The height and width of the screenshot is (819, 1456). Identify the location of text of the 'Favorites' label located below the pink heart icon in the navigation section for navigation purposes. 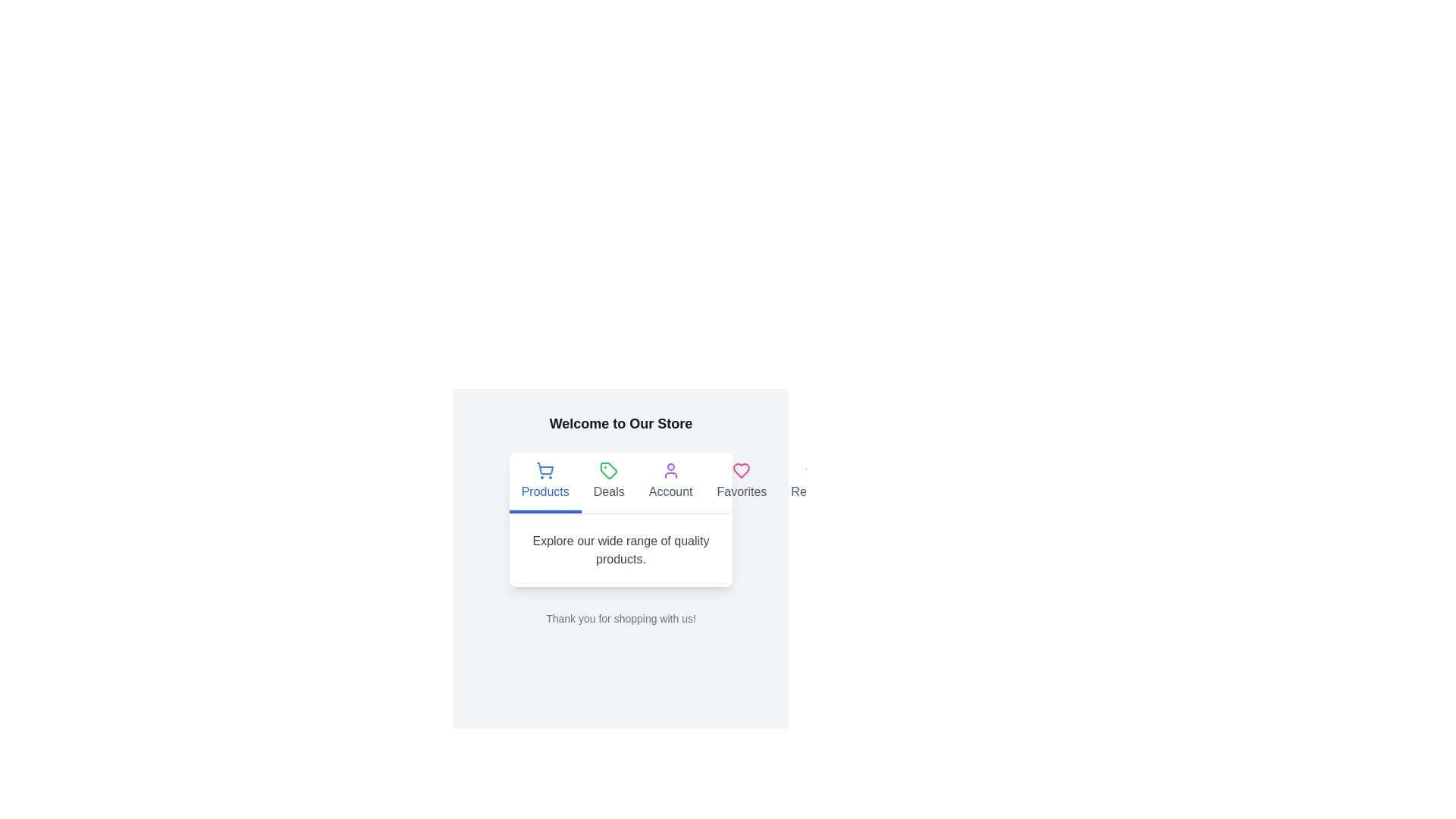
(742, 491).